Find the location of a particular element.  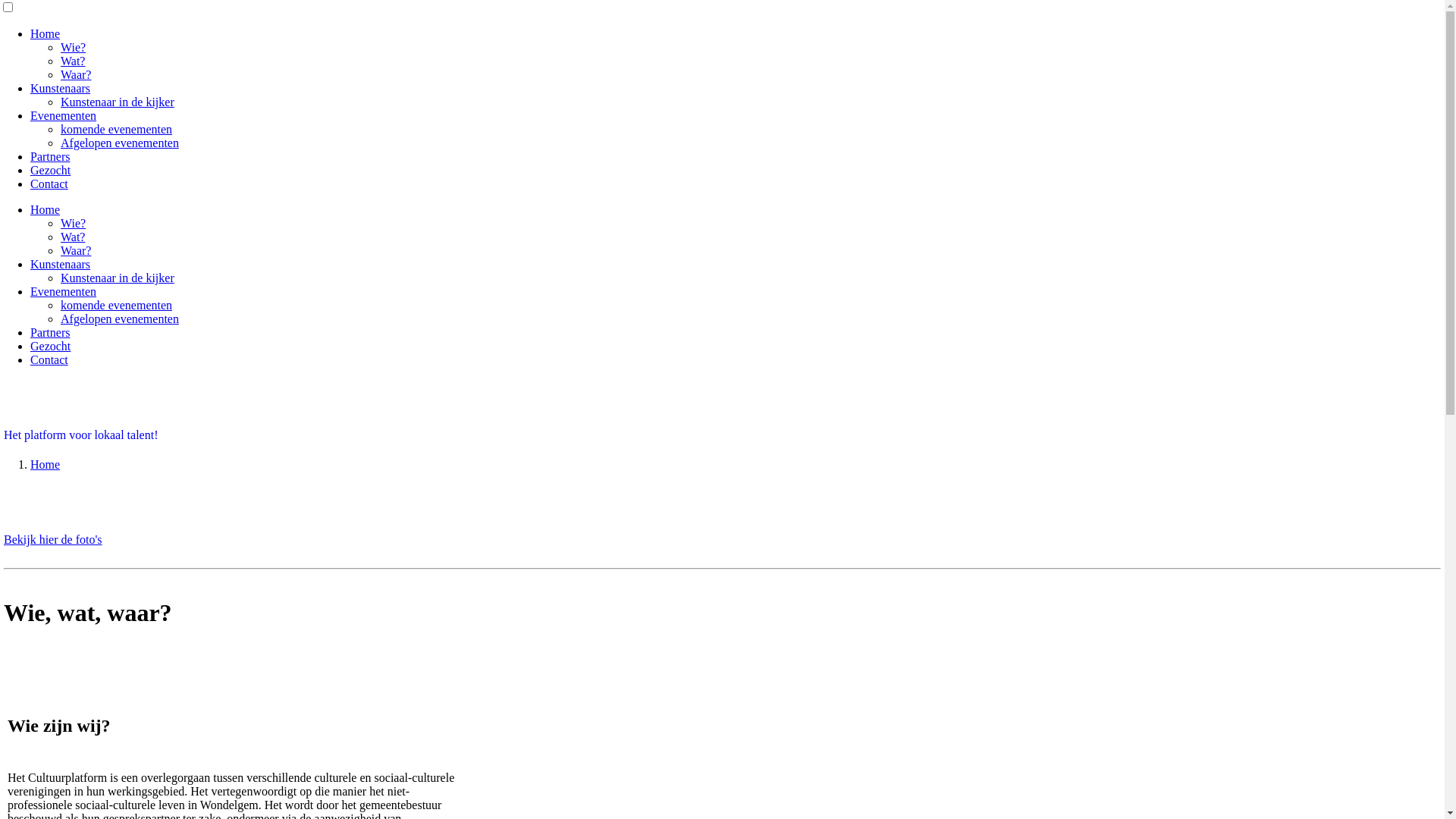

'Bekijk hier de foto's' is located at coordinates (53, 538).